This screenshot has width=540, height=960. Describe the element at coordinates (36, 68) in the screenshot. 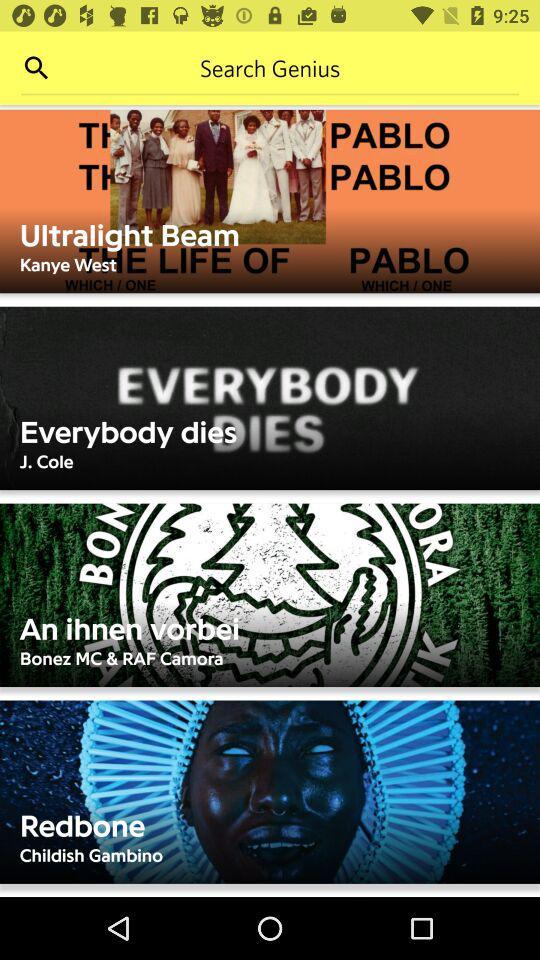

I see `the icon at the top left corner` at that location.